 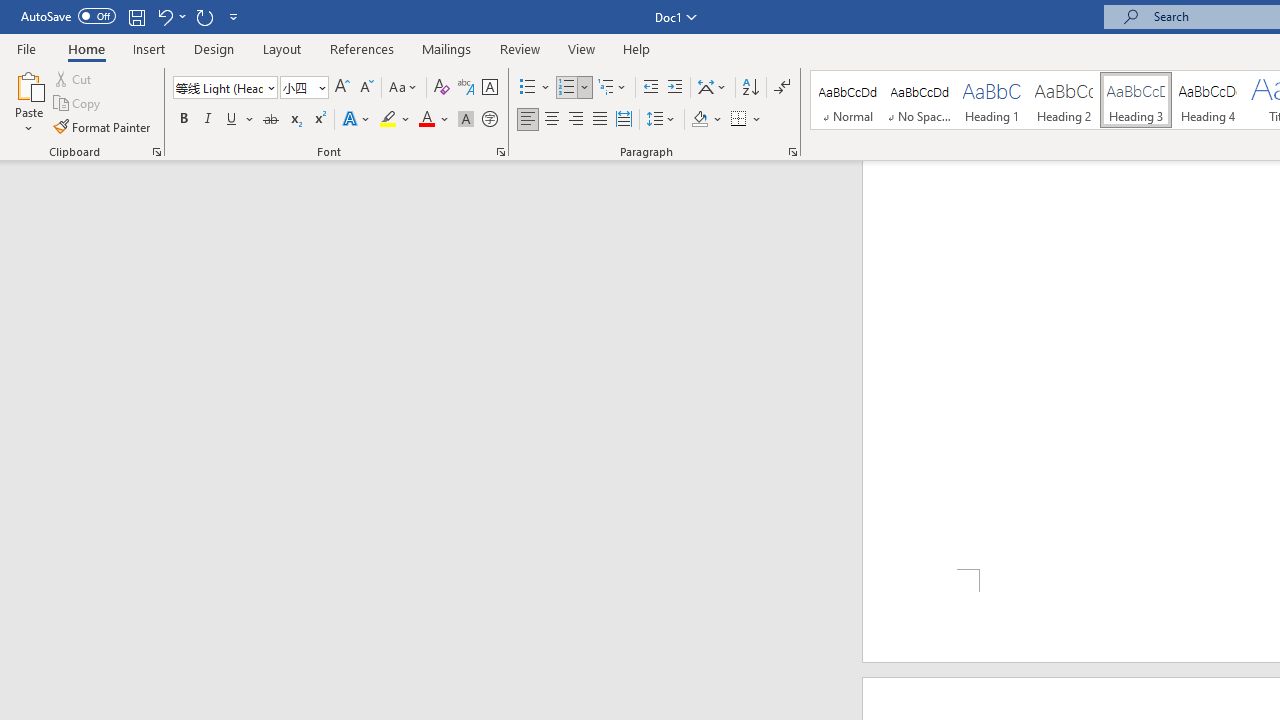 What do you see at coordinates (1207, 100) in the screenshot?
I see `'Heading 4'` at bounding box center [1207, 100].